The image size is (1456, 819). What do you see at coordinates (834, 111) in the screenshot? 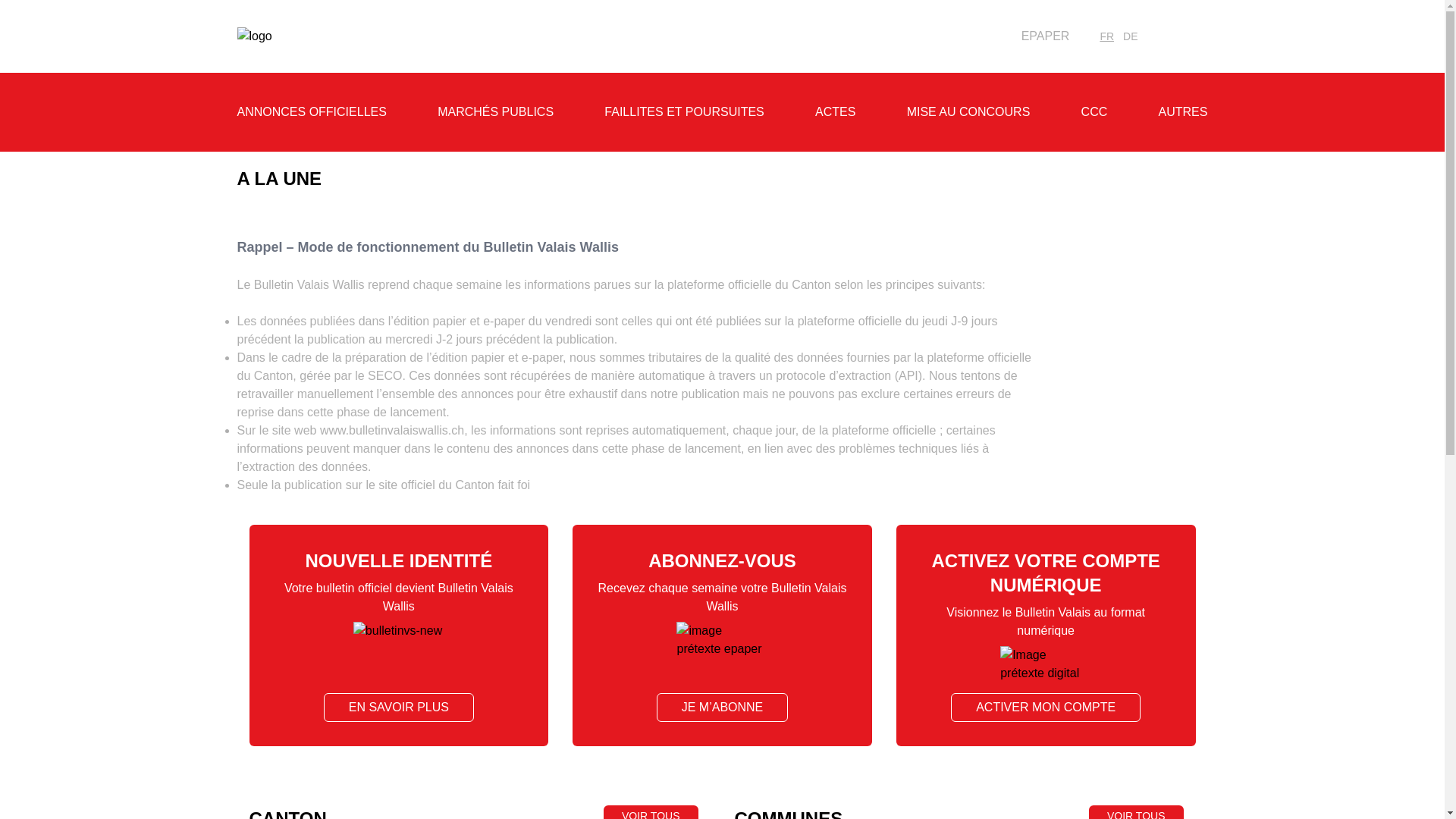
I see `'ACTES'` at bounding box center [834, 111].